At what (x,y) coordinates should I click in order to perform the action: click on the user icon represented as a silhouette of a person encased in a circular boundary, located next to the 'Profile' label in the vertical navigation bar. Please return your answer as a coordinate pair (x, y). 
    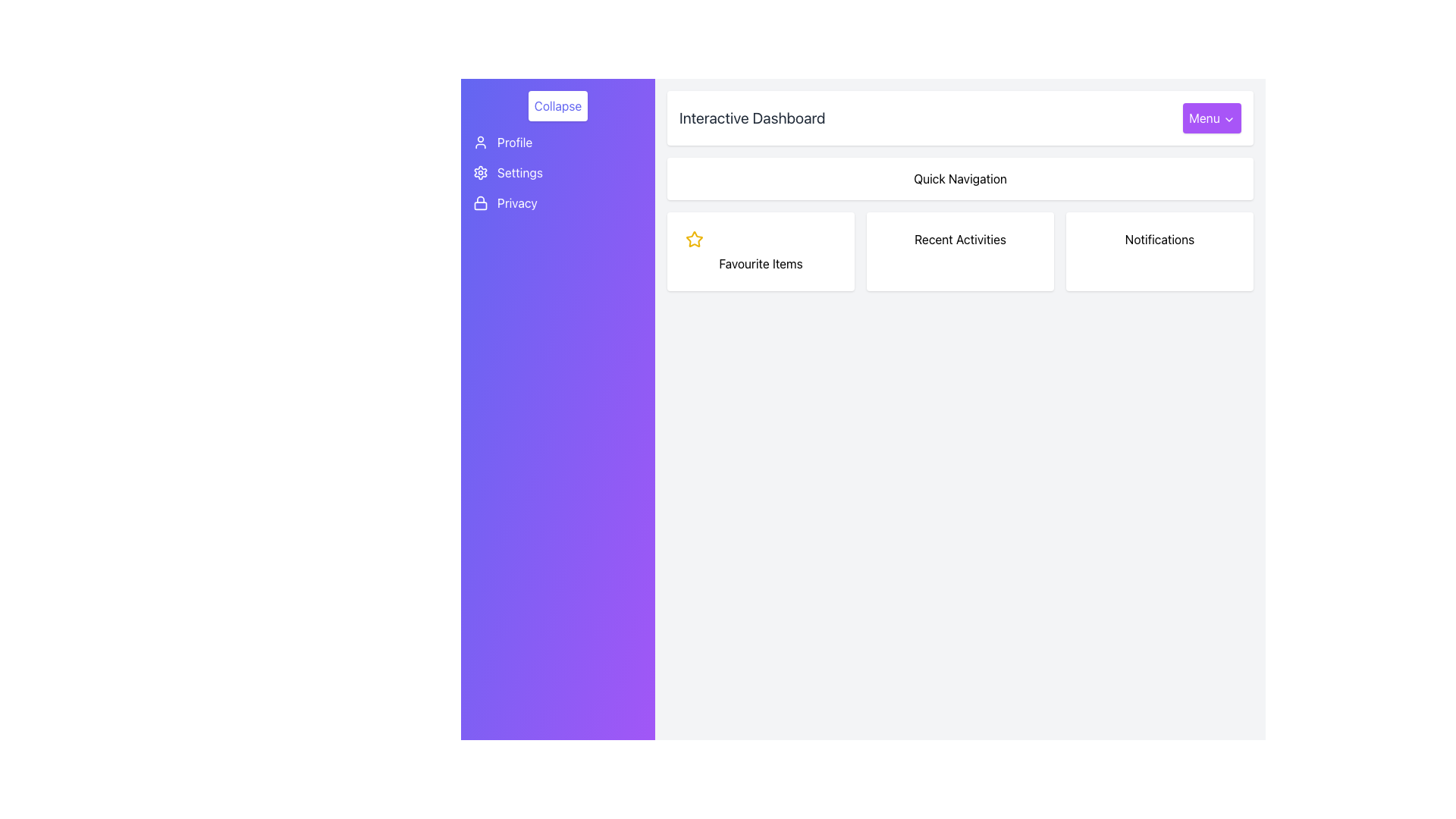
    Looking at the image, I should click on (479, 143).